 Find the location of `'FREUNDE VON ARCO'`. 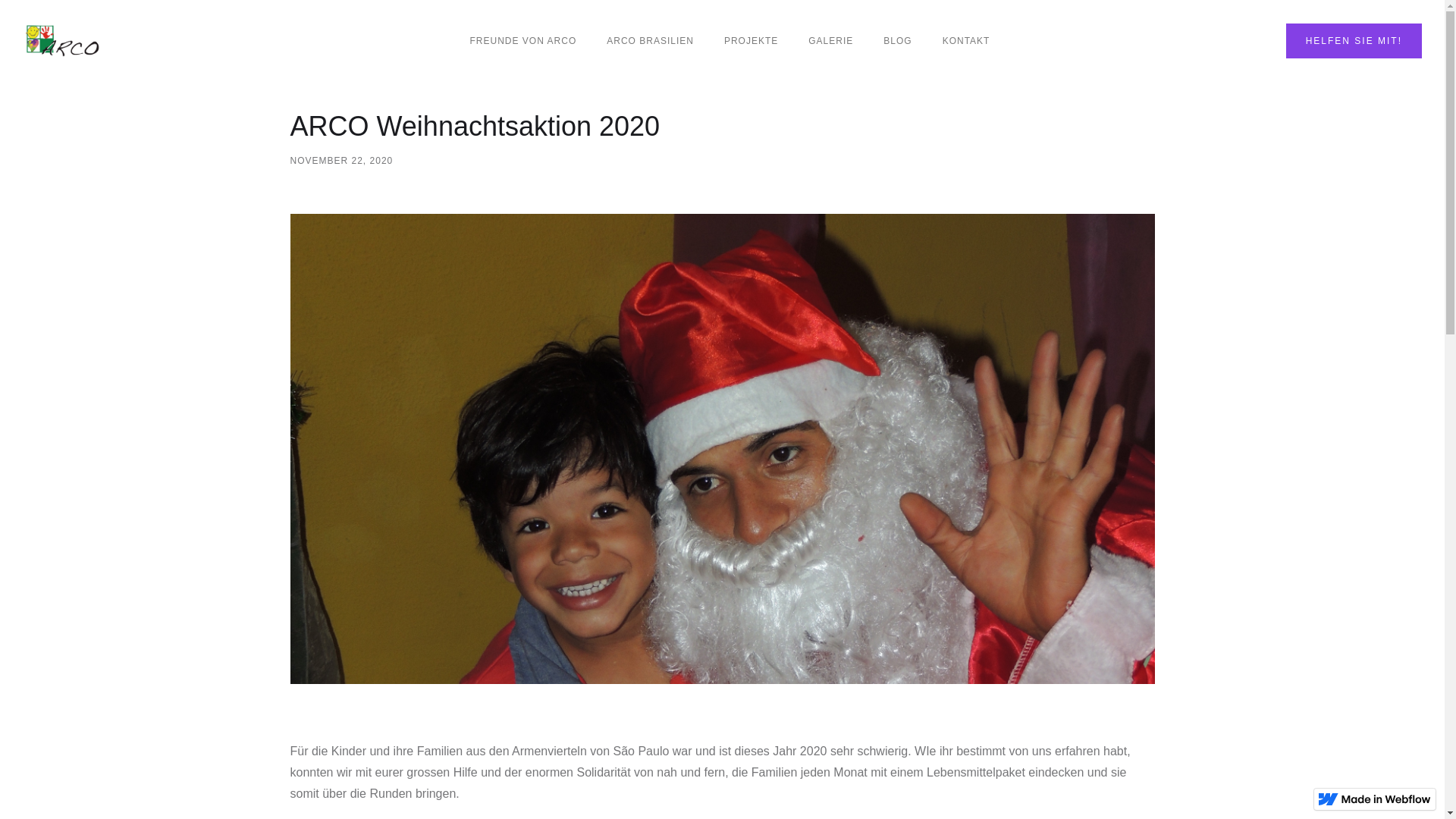

'FREUNDE VON ARCO' is located at coordinates (523, 40).